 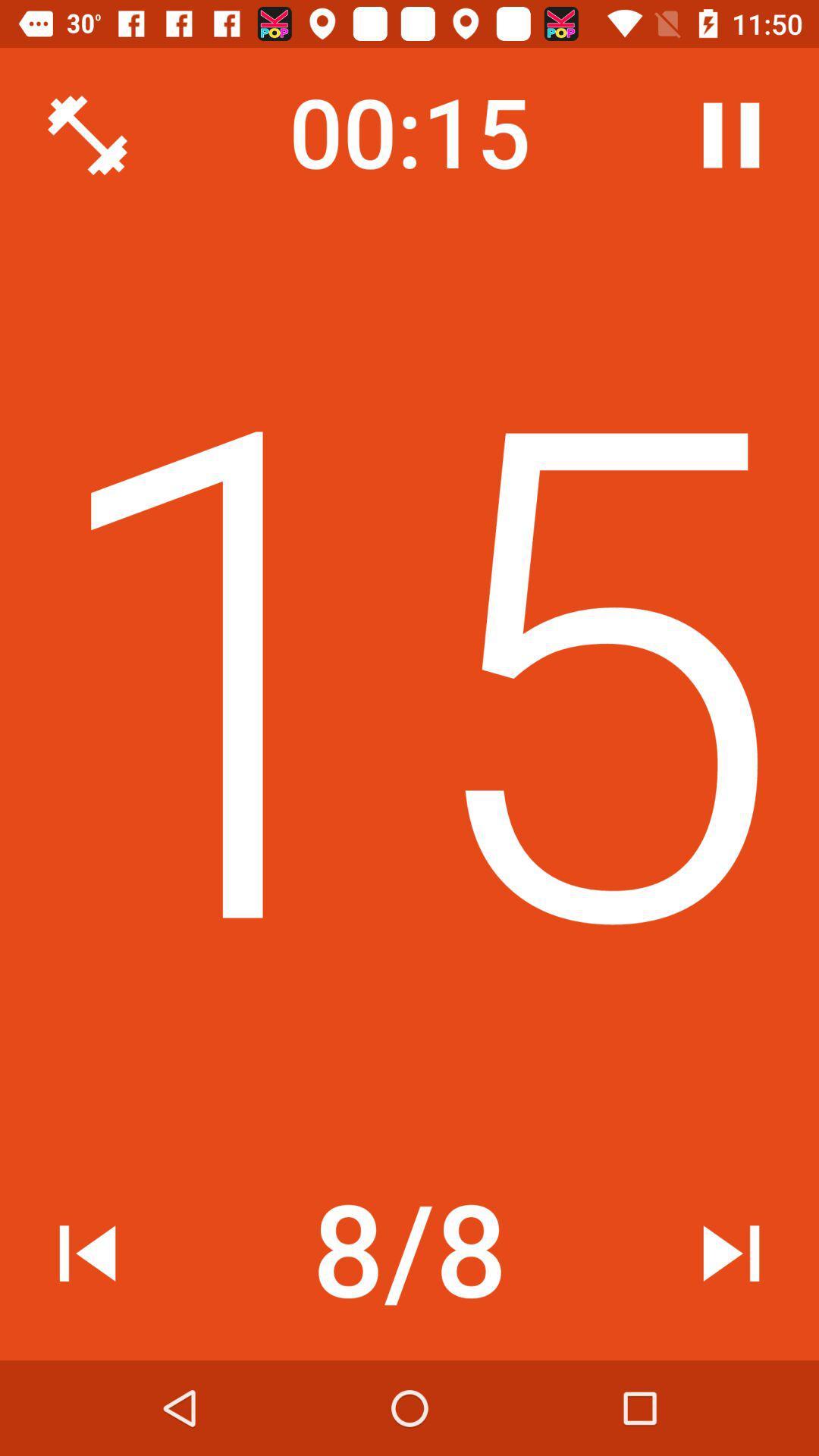 I want to click on item below 14 item, so click(x=87, y=1253).